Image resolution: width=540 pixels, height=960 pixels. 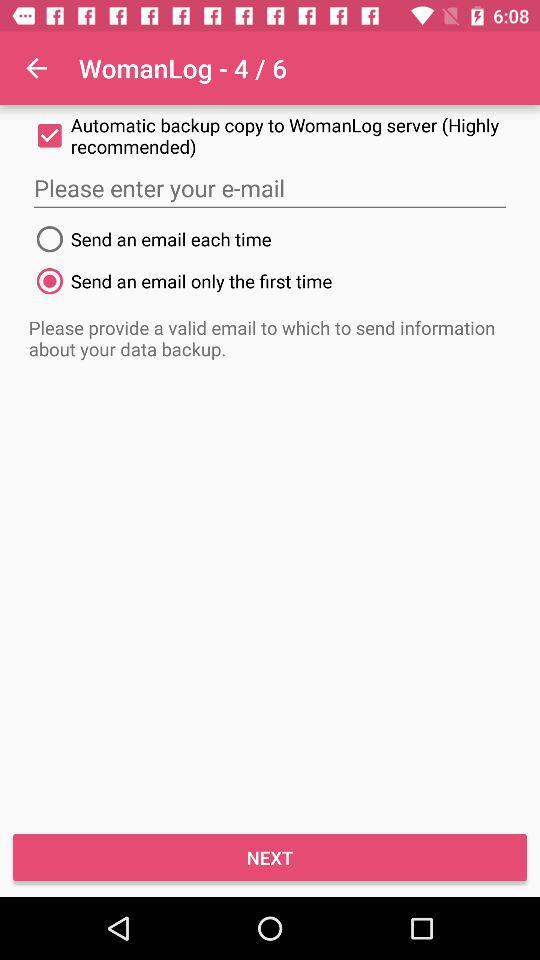 What do you see at coordinates (270, 188) in the screenshot?
I see `email field` at bounding box center [270, 188].